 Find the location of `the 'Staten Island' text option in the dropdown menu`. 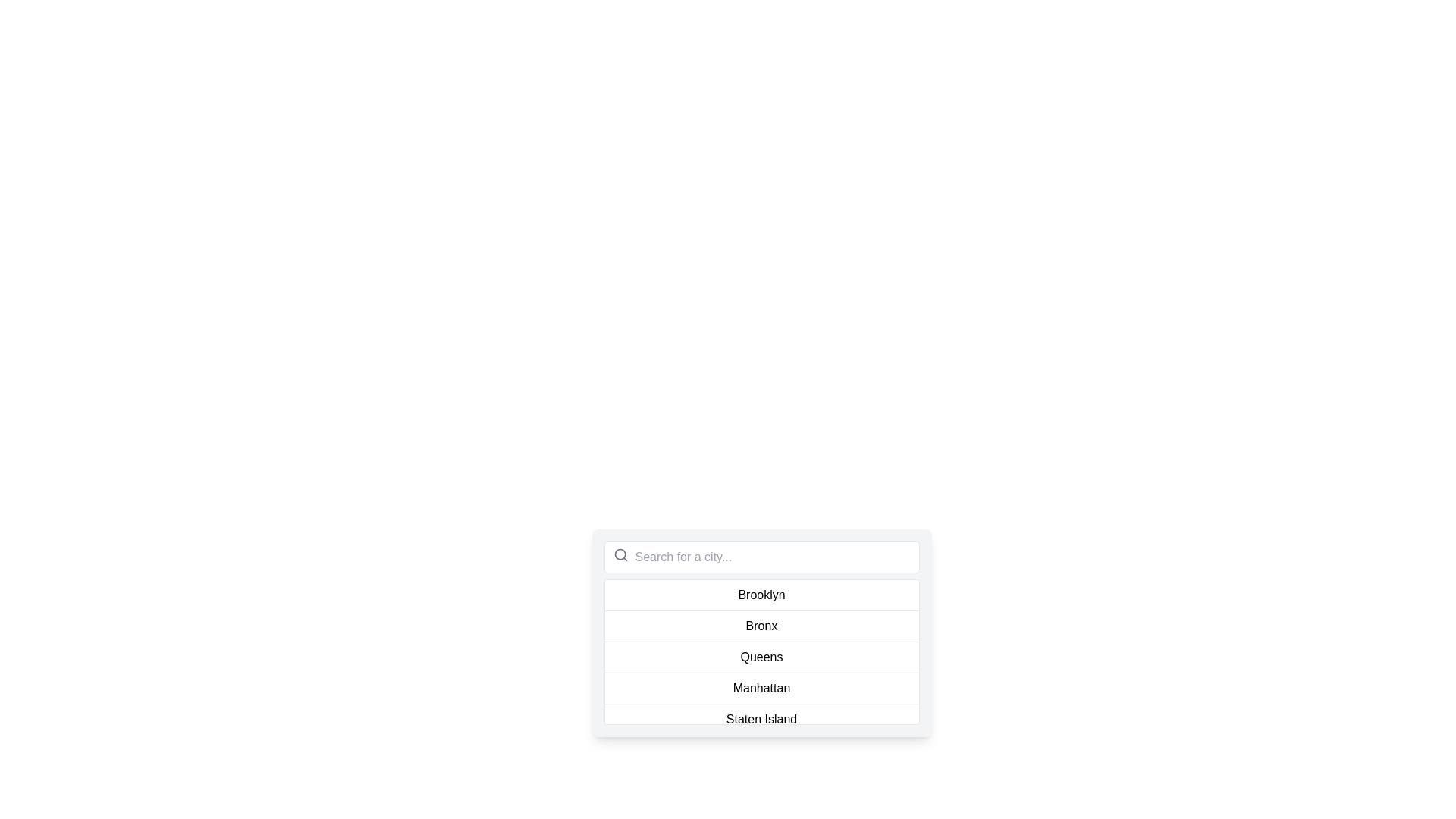

the 'Staten Island' text option in the dropdown menu is located at coordinates (761, 718).